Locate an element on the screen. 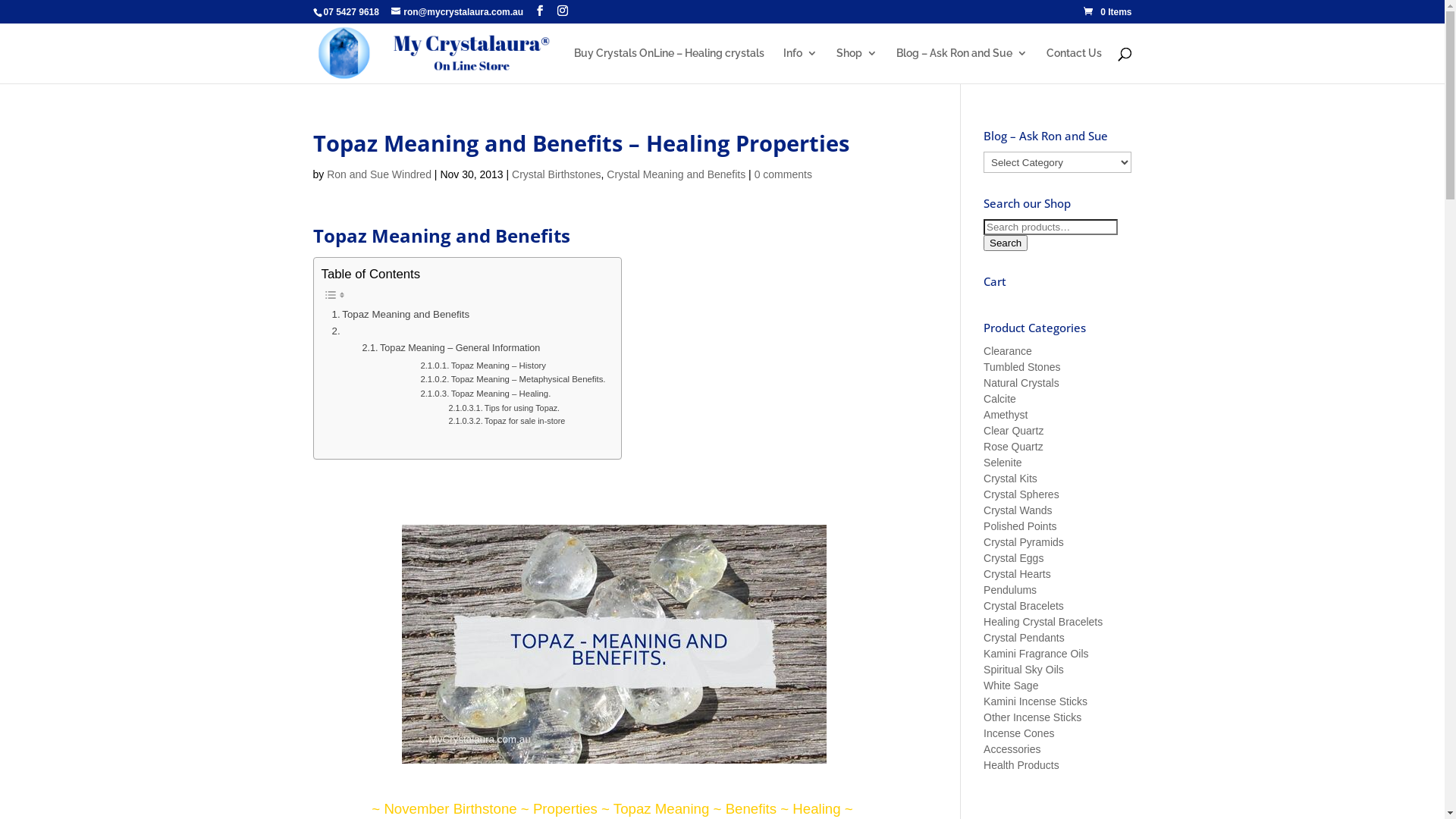 This screenshot has height=819, width=1456. 'Health Products' is located at coordinates (1021, 765).